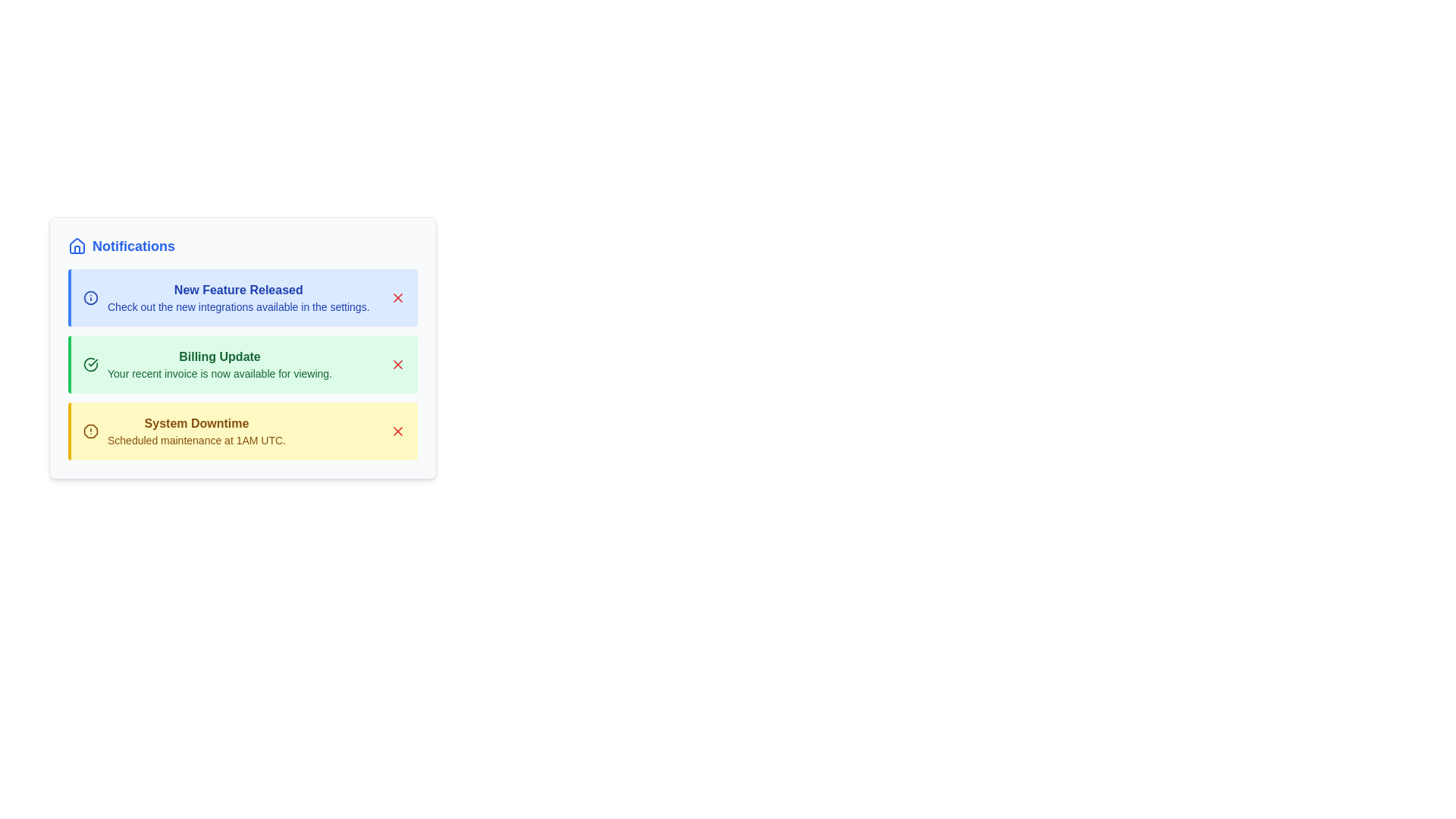 This screenshot has width=1456, height=819. What do you see at coordinates (397, 298) in the screenshot?
I see `close button for the notification titled 'New Feature Released'` at bounding box center [397, 298].